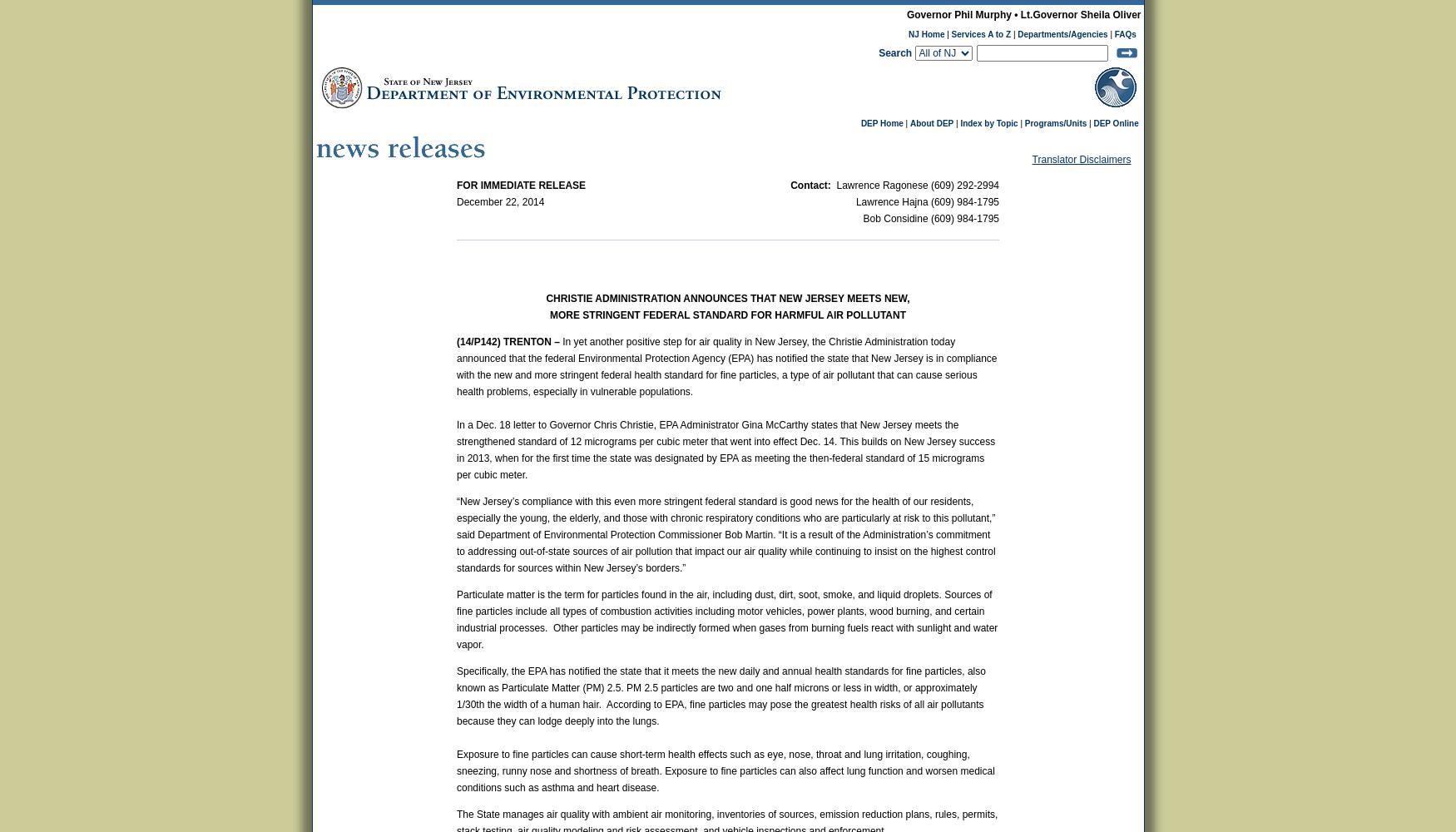 The height and width of the screenshot is (832, 1456). I want to click on 'Index by Topic', so click(988, 123).